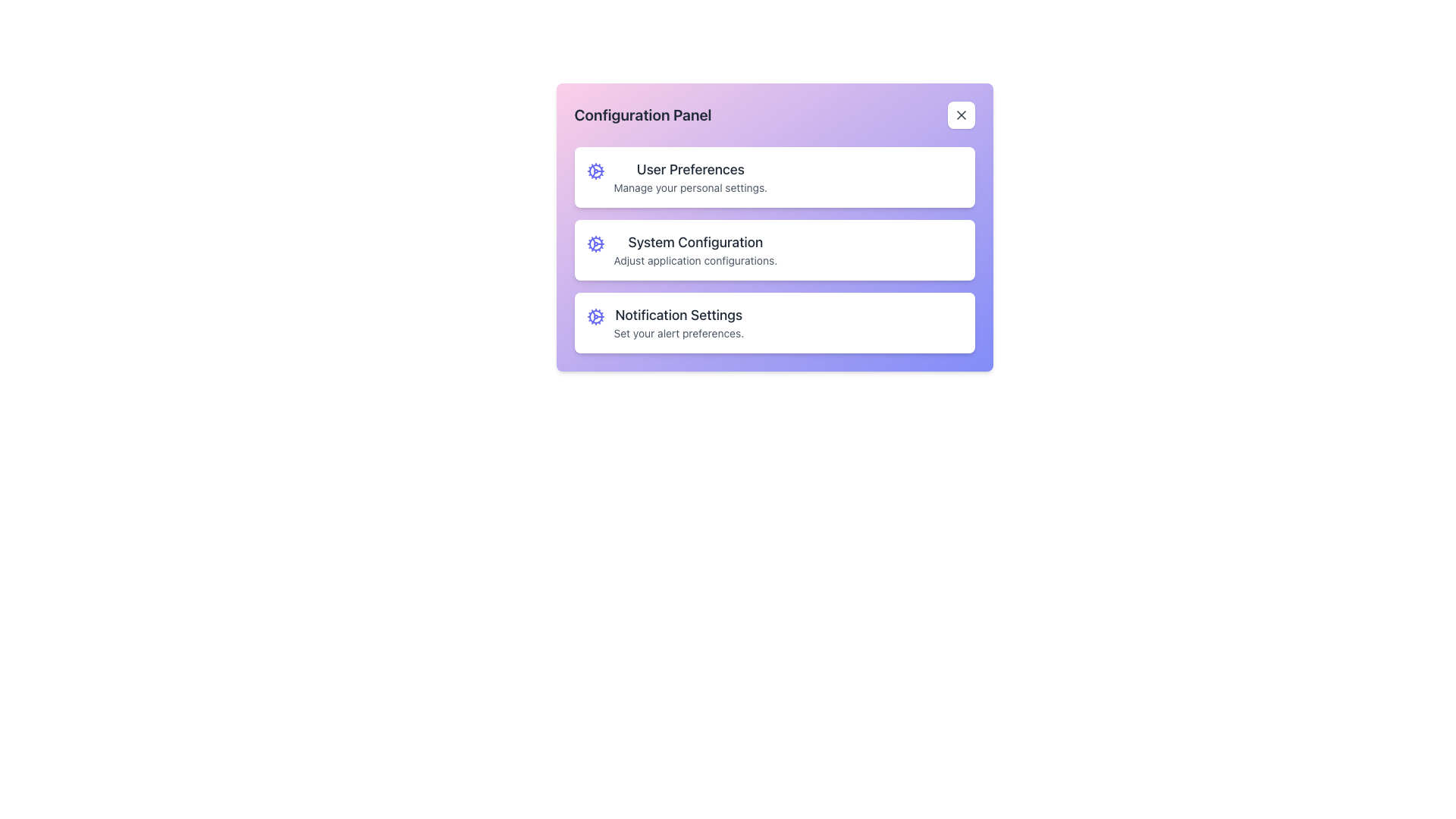 The height and width of the screenshot is (819, 1456). I want to click on the supplementary information text located below the 'Notification Settings' heading, which is horizontally centered in the lower half of its card, so click(678, 332).